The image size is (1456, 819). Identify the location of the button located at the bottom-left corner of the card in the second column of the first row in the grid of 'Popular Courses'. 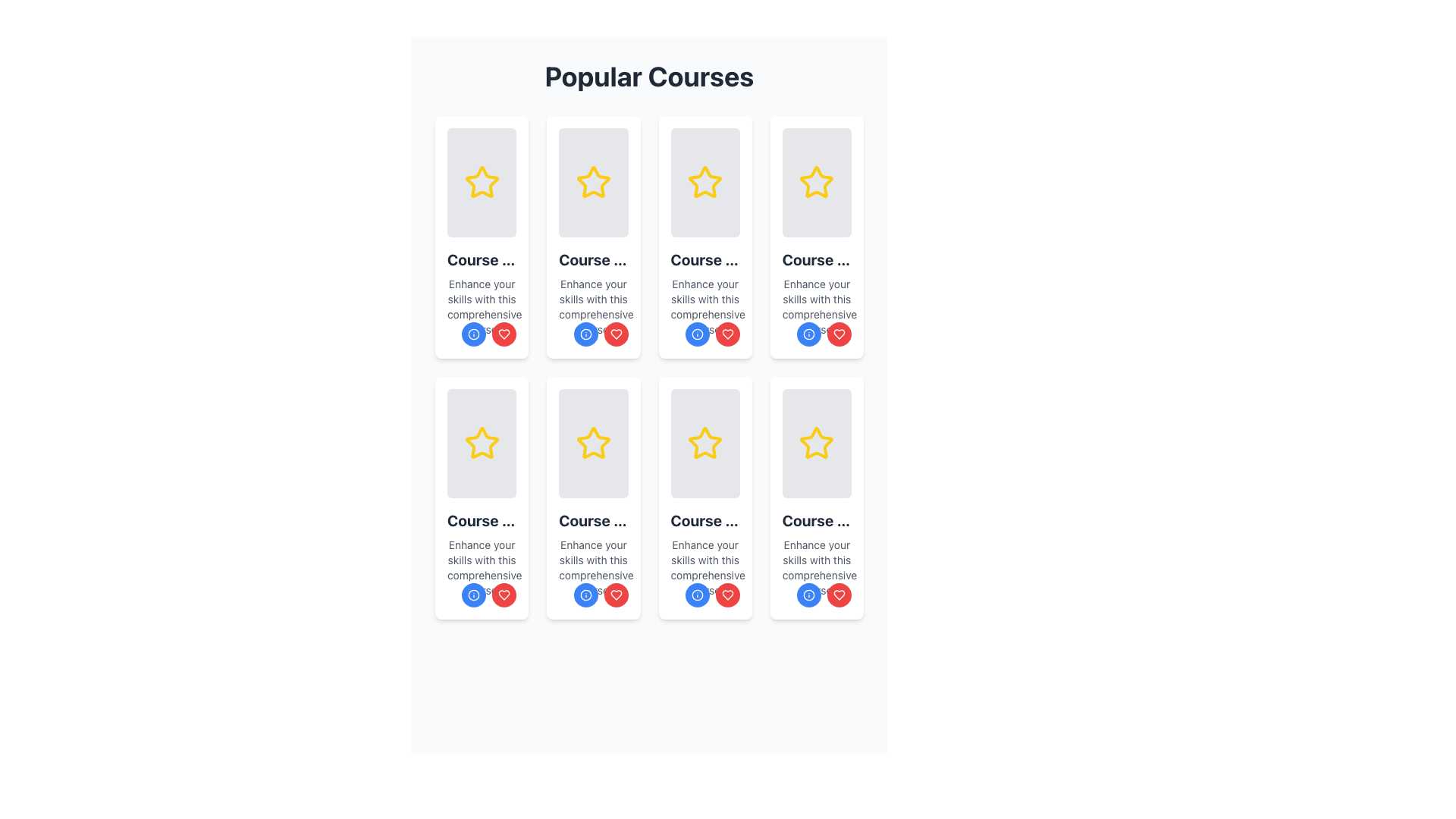
(696, 333).